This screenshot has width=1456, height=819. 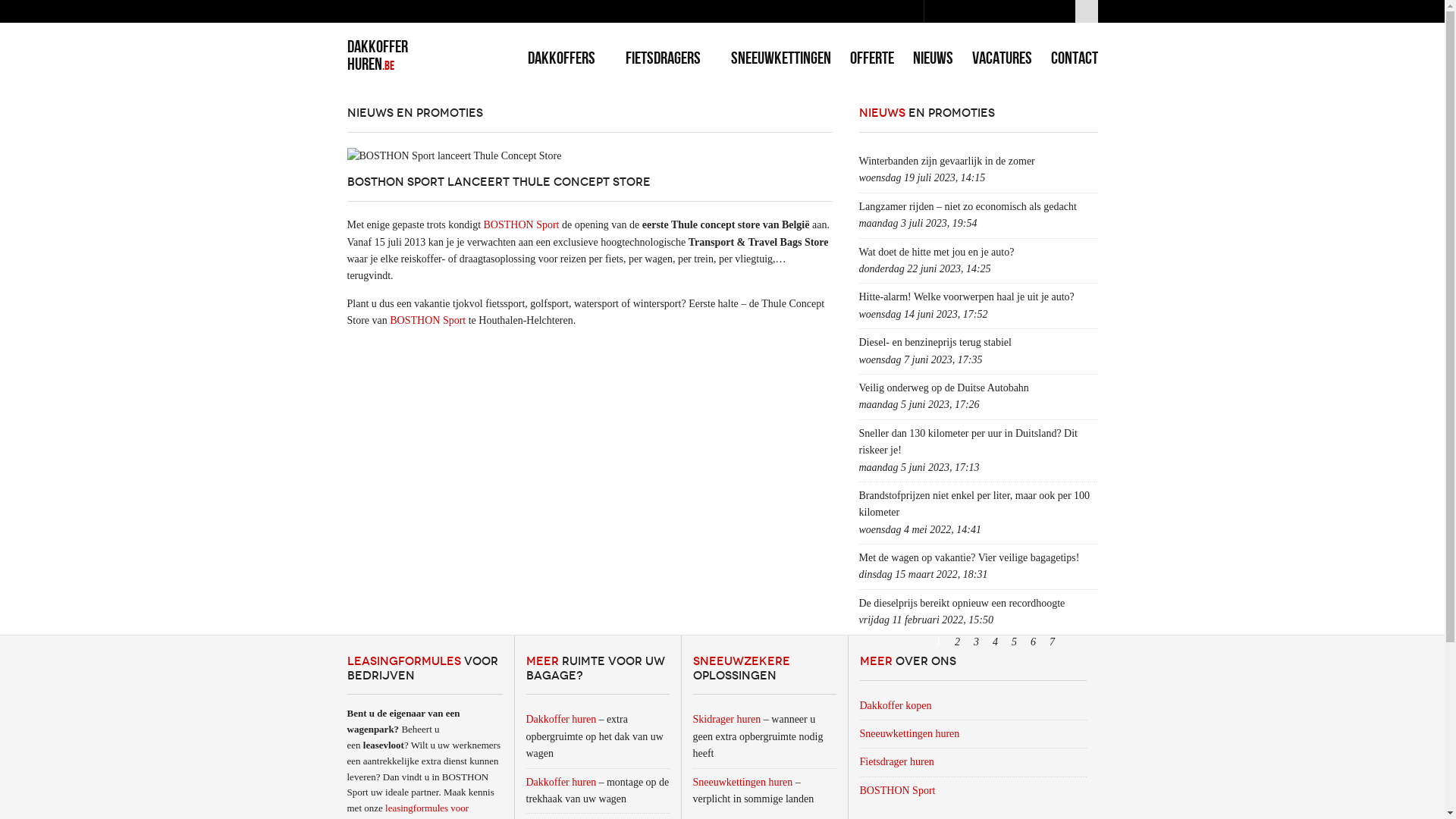 I want to click on 'Overslaan en naar de inhoud gaan', so click(x=71, y=0).